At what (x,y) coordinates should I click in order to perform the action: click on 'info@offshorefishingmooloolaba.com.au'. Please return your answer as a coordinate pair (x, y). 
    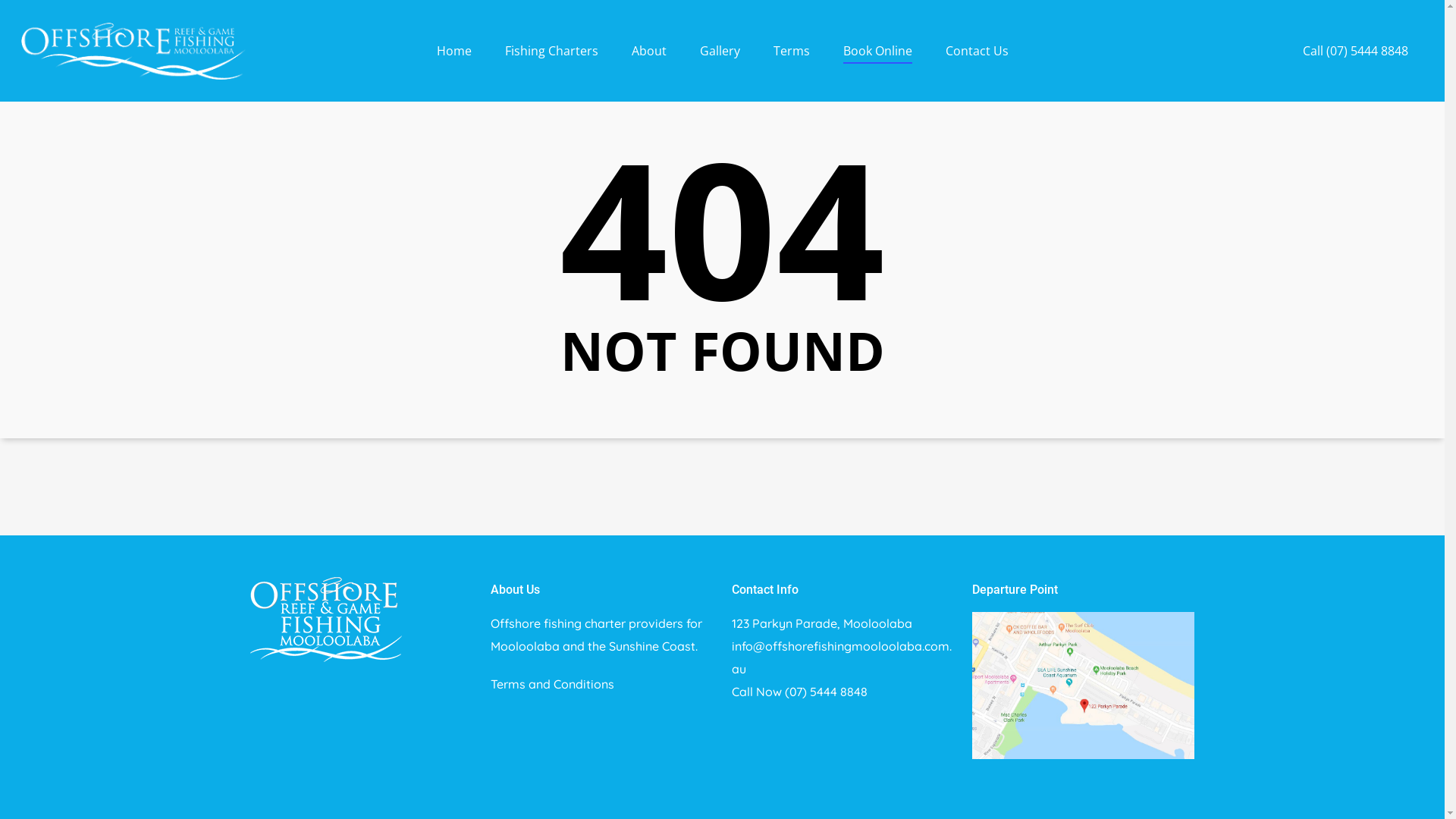
    Looking at the image, I should click on (840, 657).